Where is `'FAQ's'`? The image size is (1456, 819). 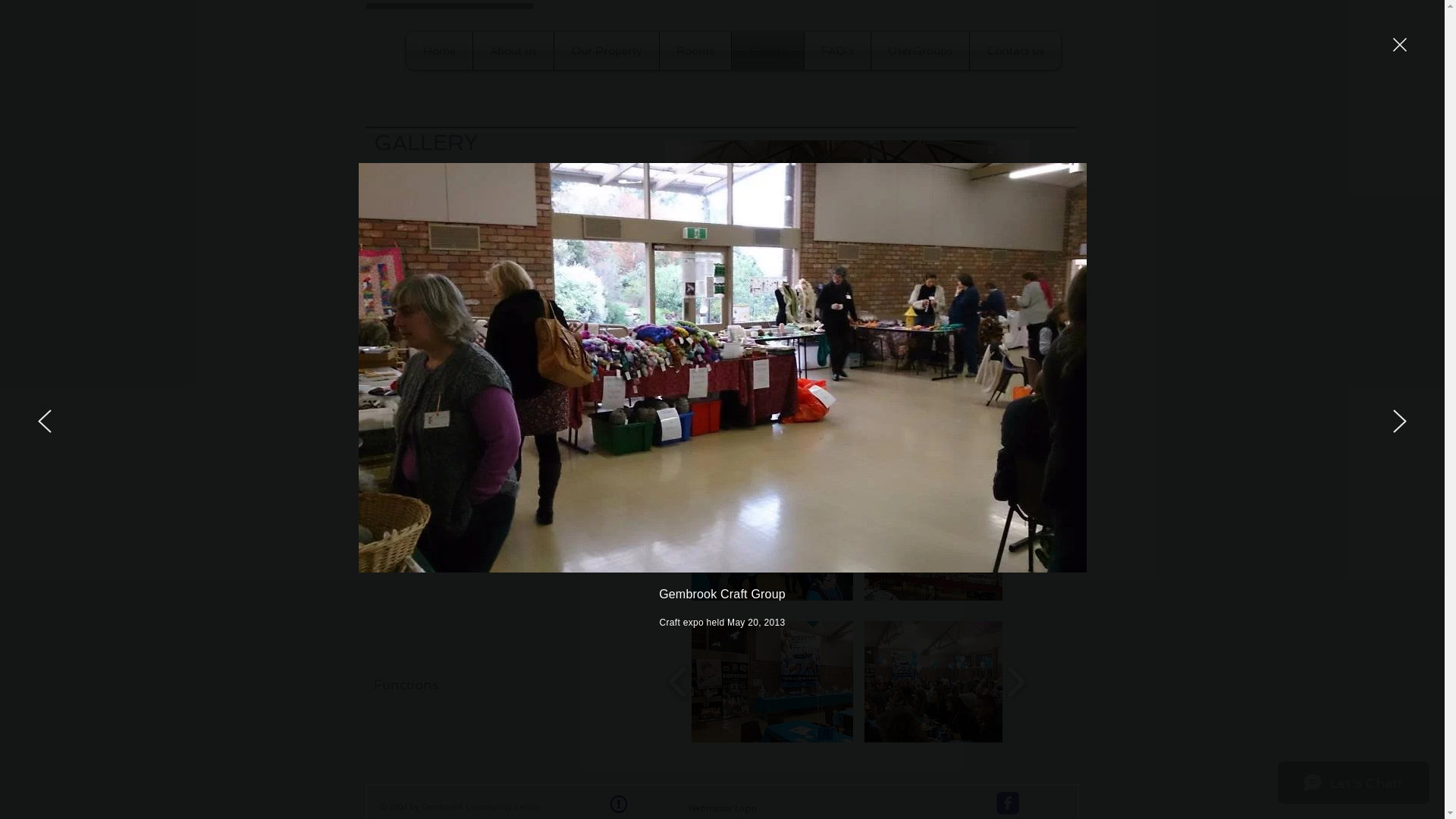 'FAQ's' is located at coordinates (803, 49).